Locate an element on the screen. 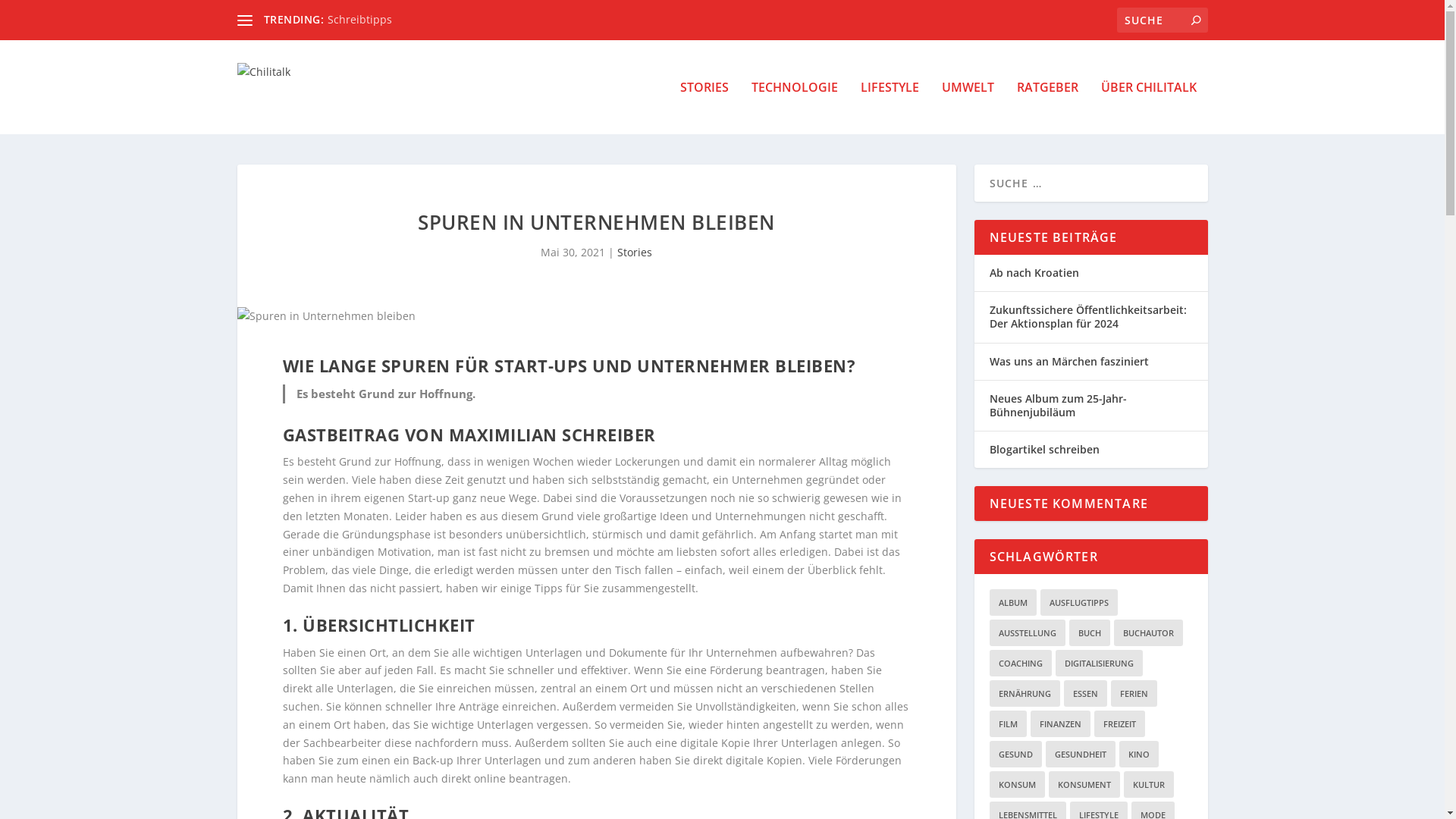 This screenshot has width=1456, height=819. 'FREIZEIT' is located at coordinates (1119, 723).